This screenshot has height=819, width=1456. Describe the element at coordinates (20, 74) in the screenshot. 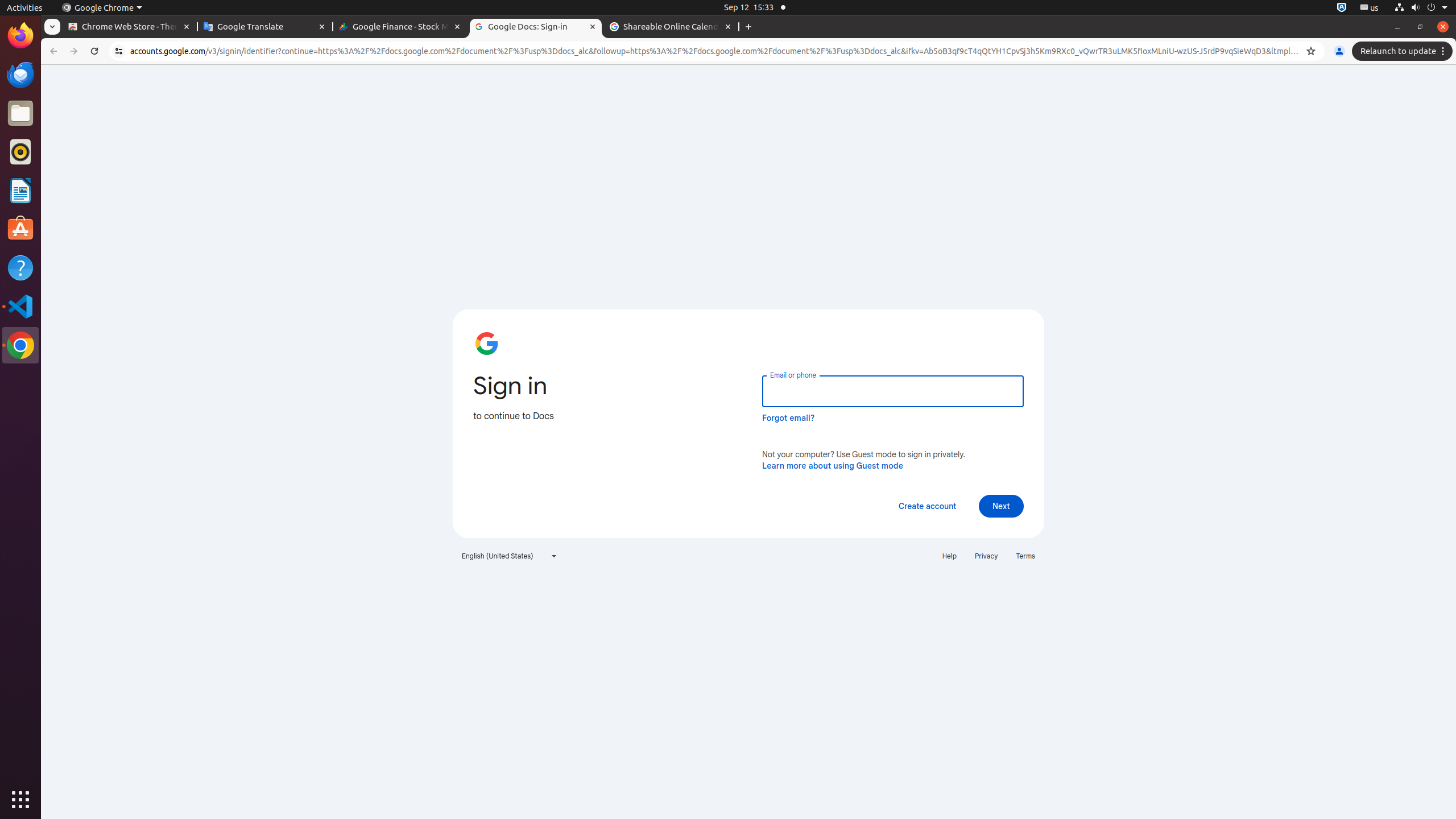

I see `'Thunderbird Mail'` at that location.